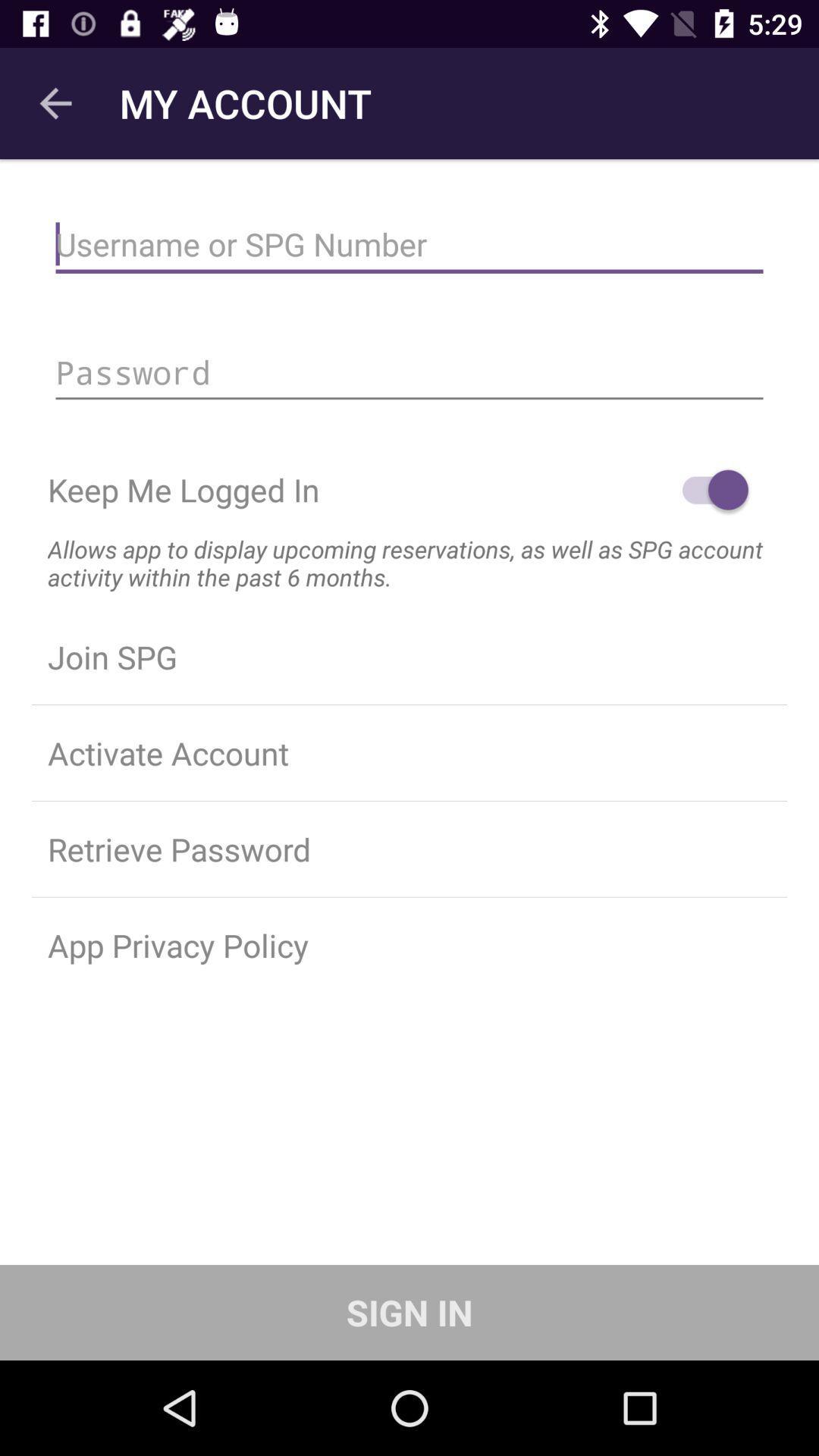 This screenshot has width=819, height=1456. Describe the element at coordinates (409, 848) in the screenshot. I see `item below activate account` at that location.